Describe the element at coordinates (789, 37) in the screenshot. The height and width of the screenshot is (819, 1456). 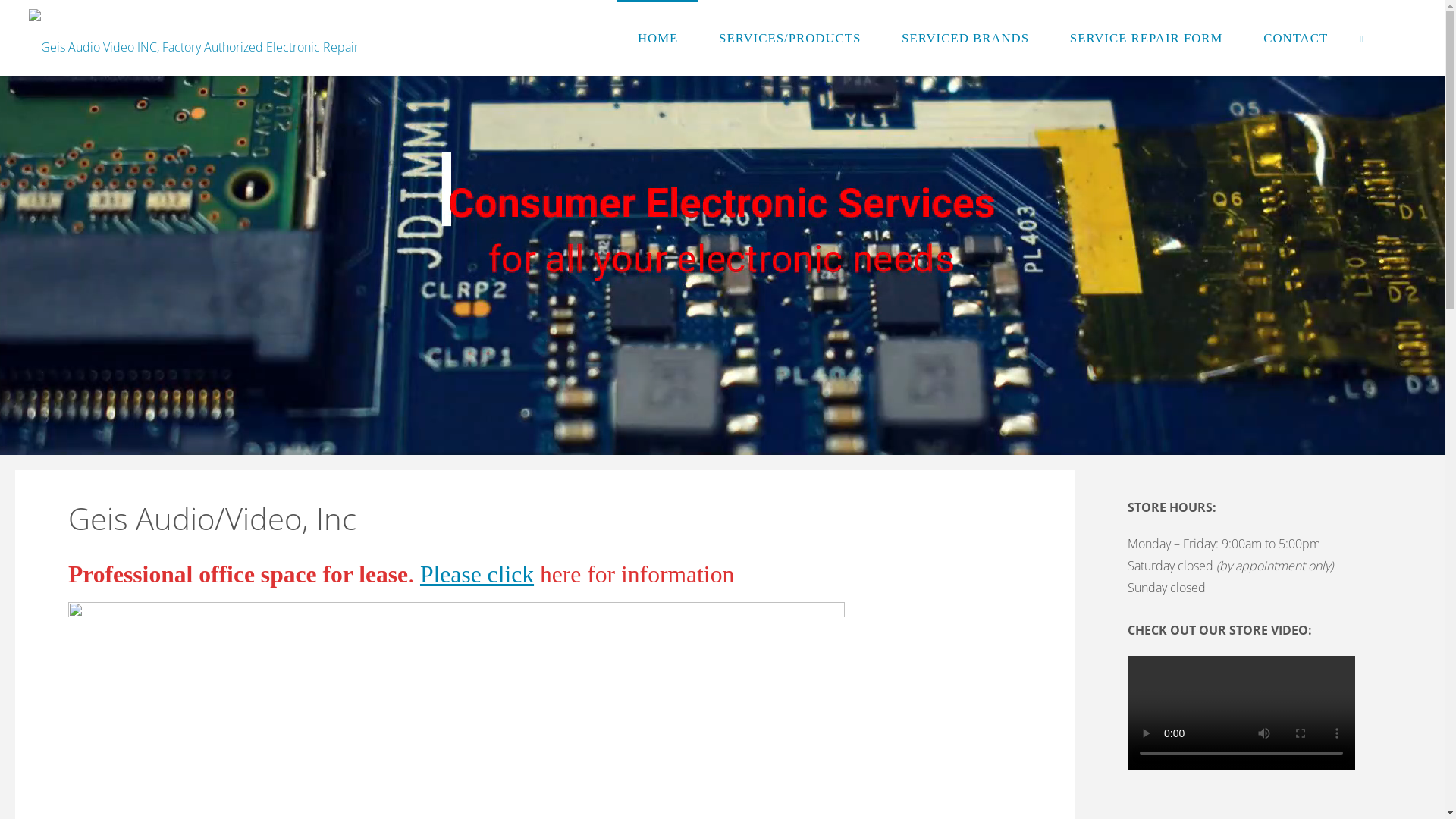
I see `'SERVICES/PRODUCTS'` at that location.